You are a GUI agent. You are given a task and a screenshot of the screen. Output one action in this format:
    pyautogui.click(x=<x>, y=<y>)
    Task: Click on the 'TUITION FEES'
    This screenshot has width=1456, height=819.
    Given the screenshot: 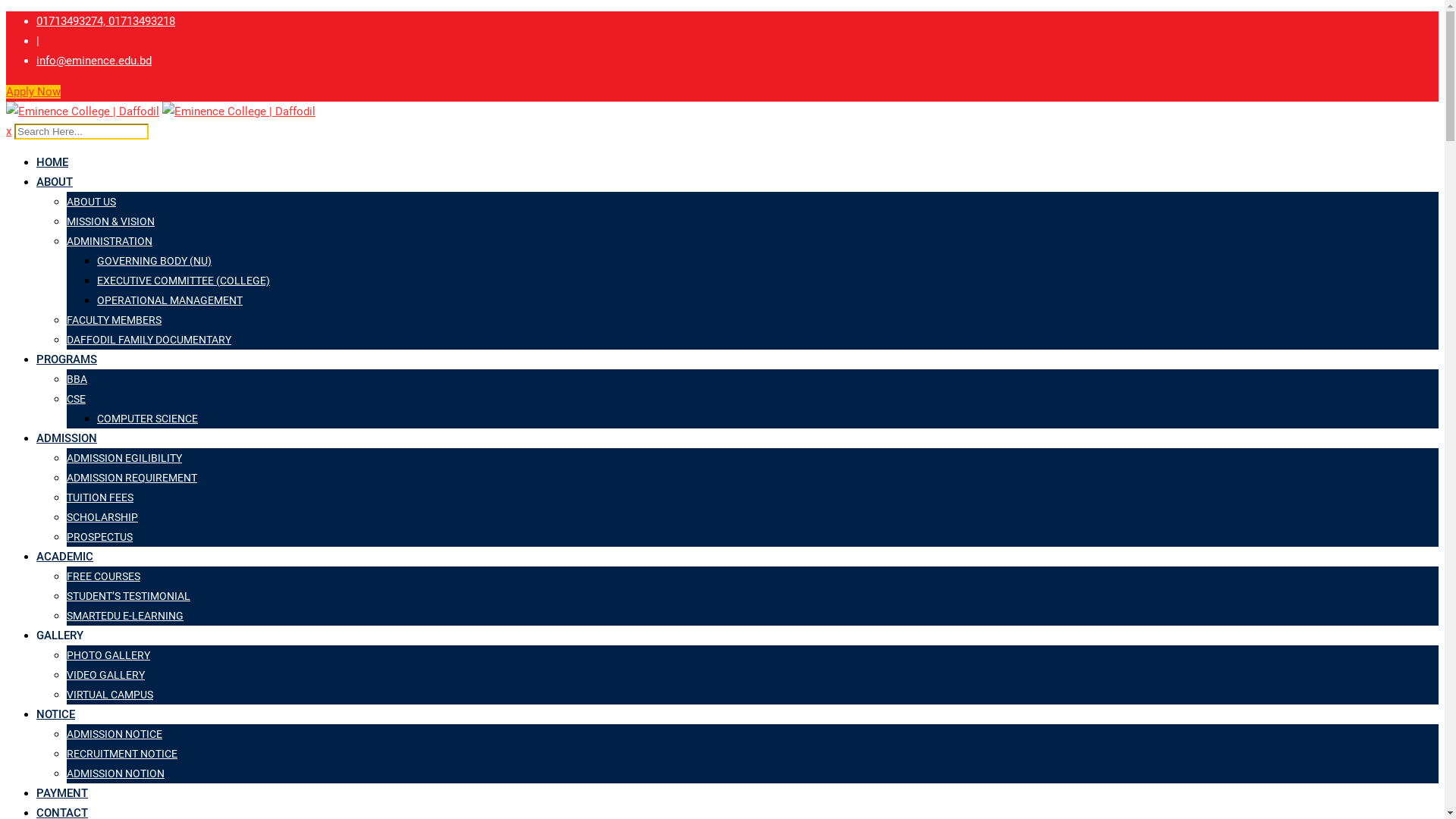 What is the action you would take?
    pyautogui.click(x=99, y=497)
    